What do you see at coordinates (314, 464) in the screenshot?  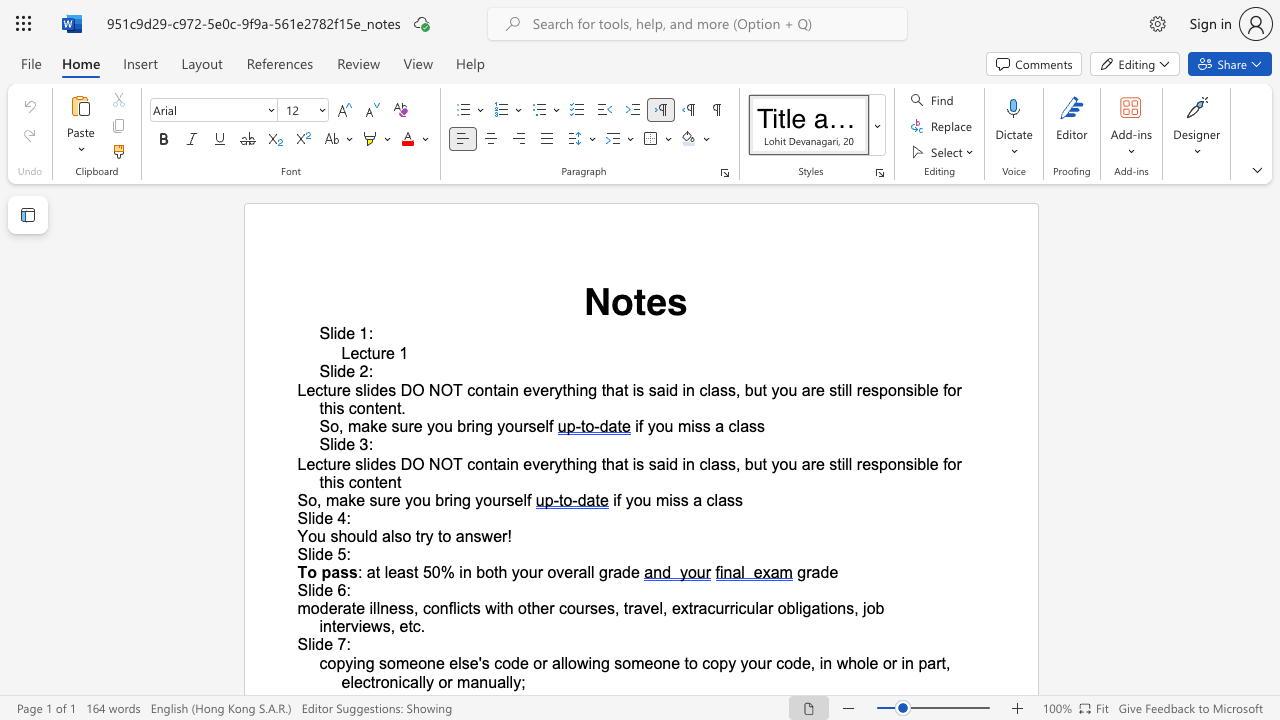 I see `the space between the continuous character "e" and "c" in the text` at bounding box center [314, 464].